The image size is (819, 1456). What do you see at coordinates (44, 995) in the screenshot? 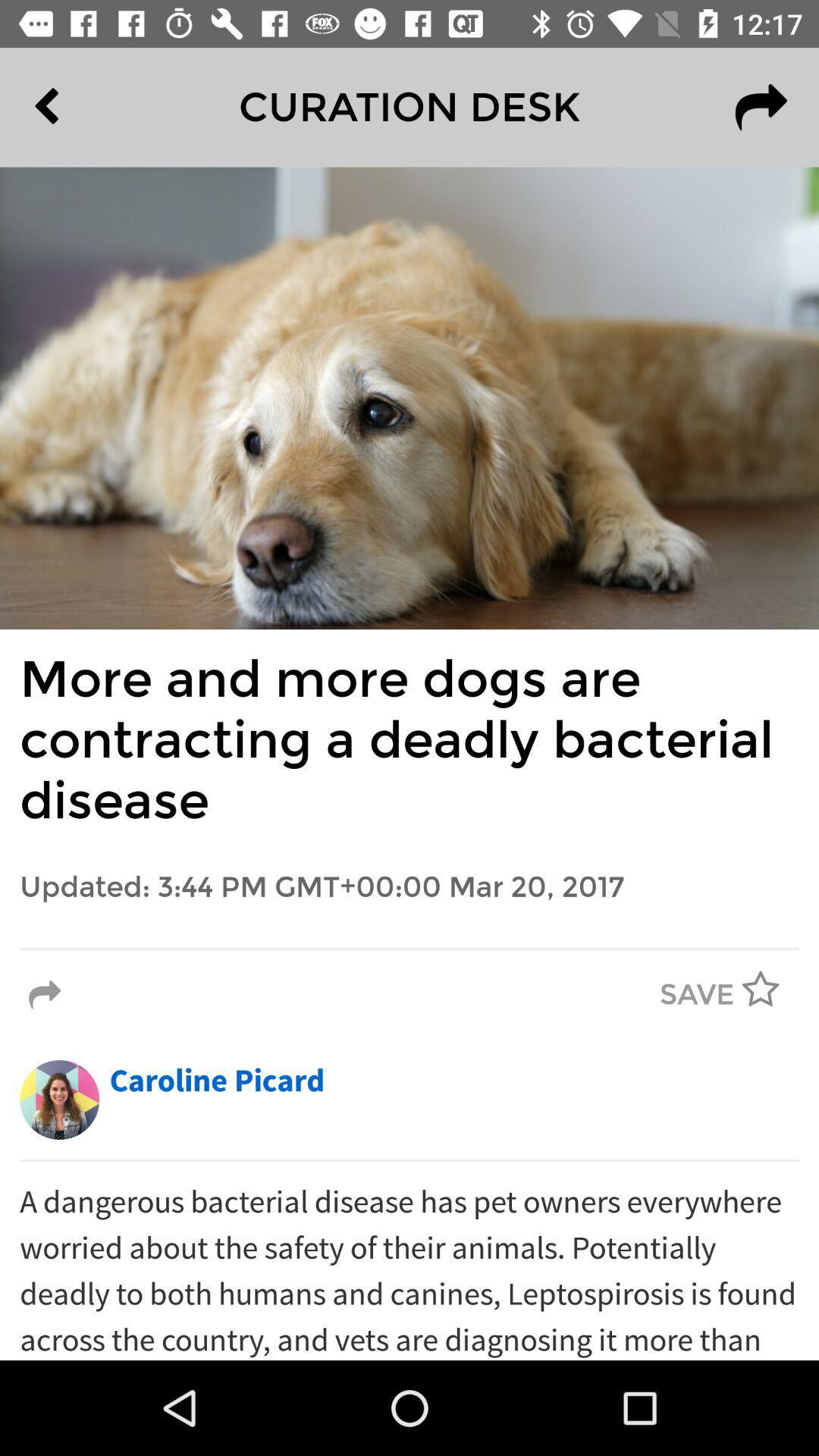
I see `item next to save` at bounding box center [44, 995].